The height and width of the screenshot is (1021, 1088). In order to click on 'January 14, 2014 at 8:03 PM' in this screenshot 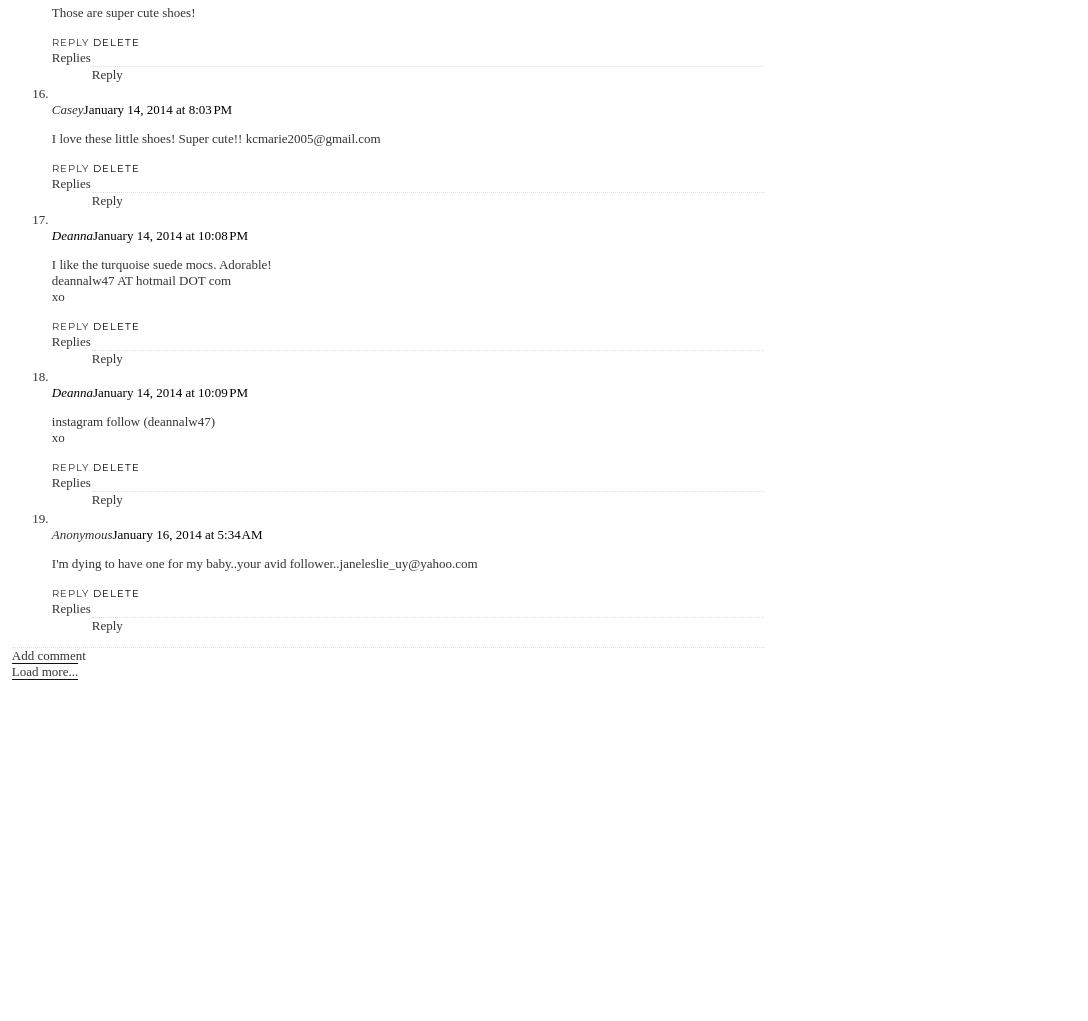, I will do `click(156, 108)`.